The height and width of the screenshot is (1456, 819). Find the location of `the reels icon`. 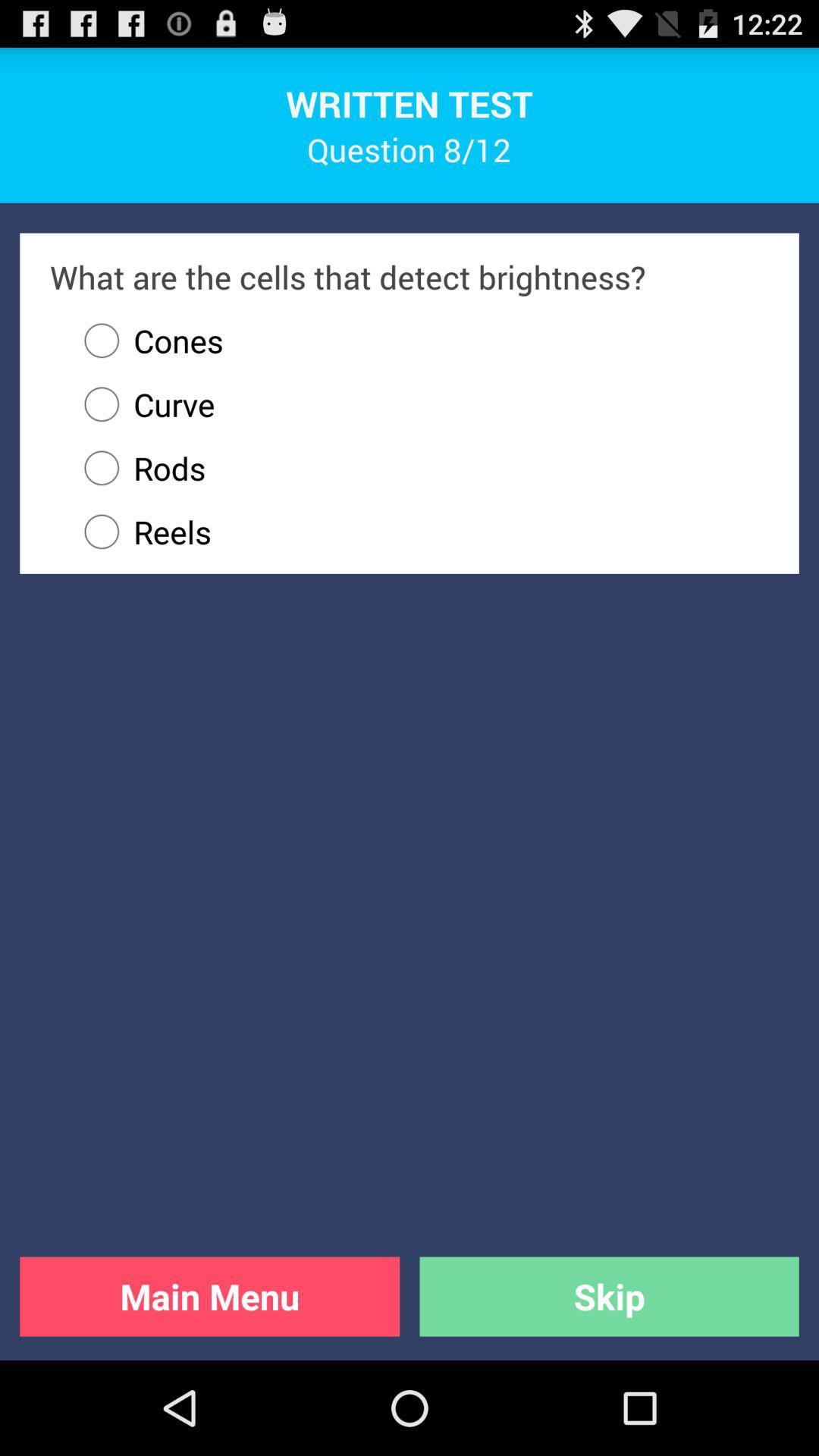

the reels icon is located at coordinates (419, 532).